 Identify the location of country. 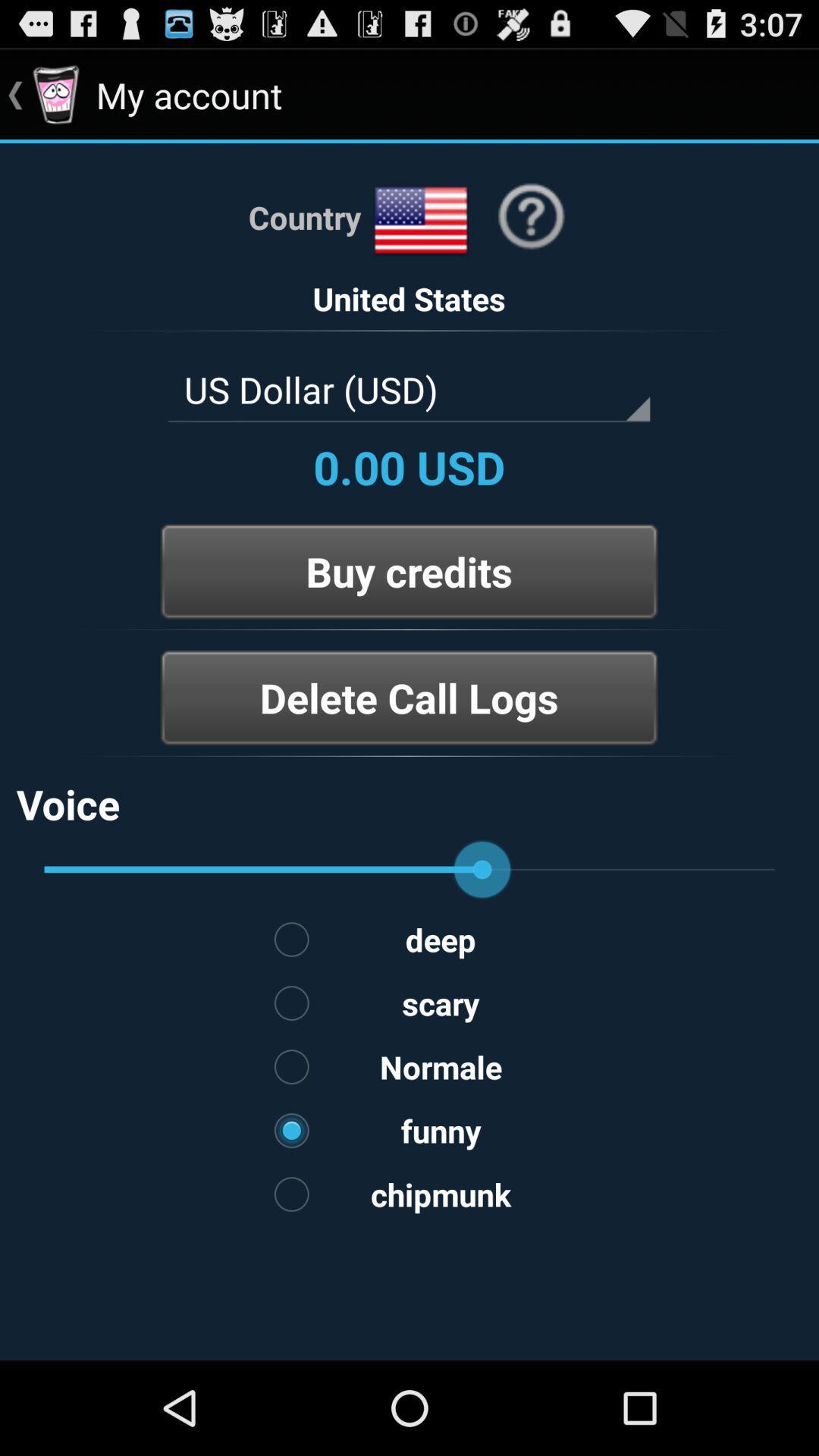
(421, 220).